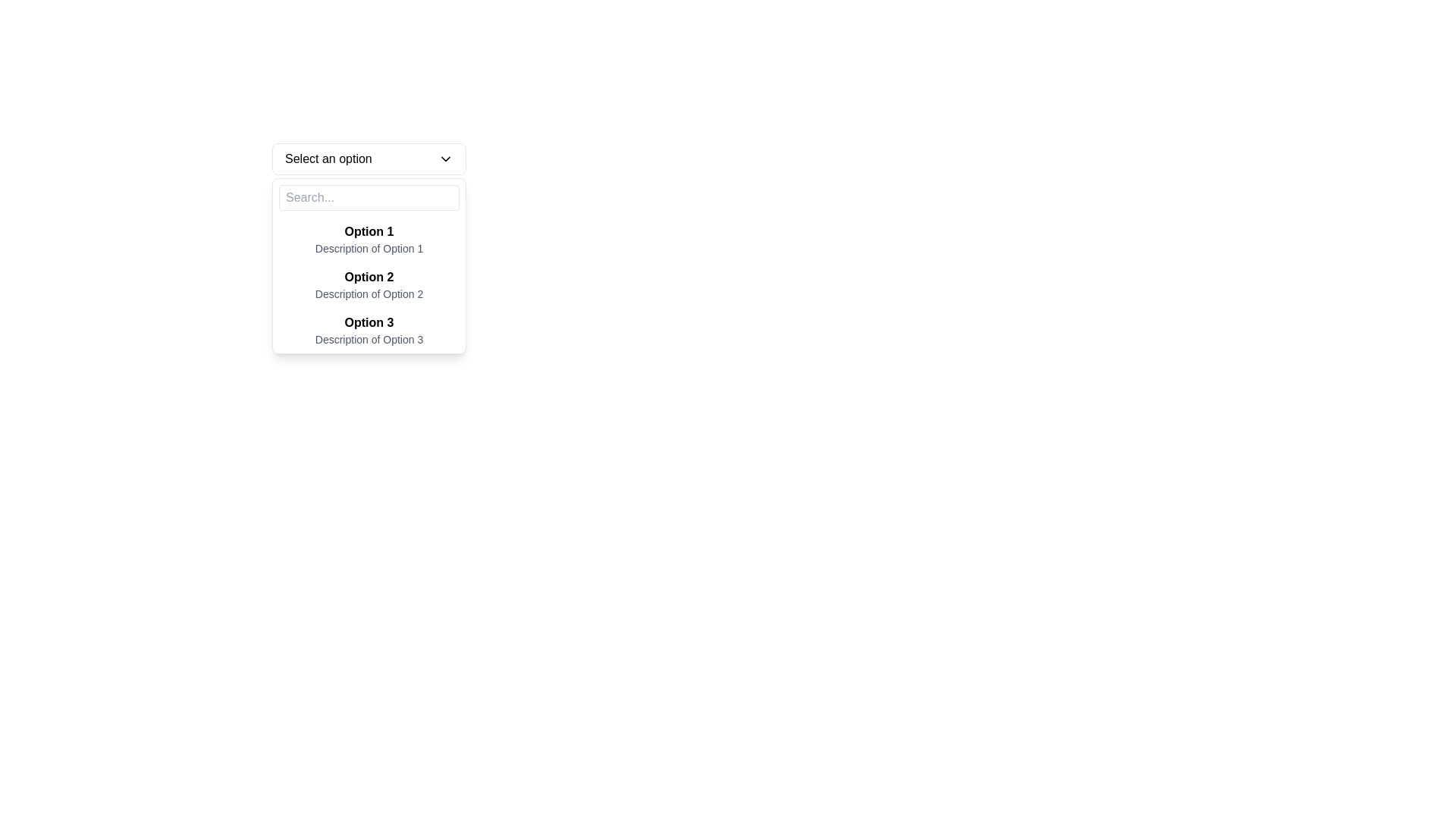 The image size is (1456, 819). What do you see at coordinates (369, 284) in the screenshot?
I see `the 'Option 2' dropdown menu item, which has a bolded title and a smaller gray description beneath it` at bounding box center [369, 284].